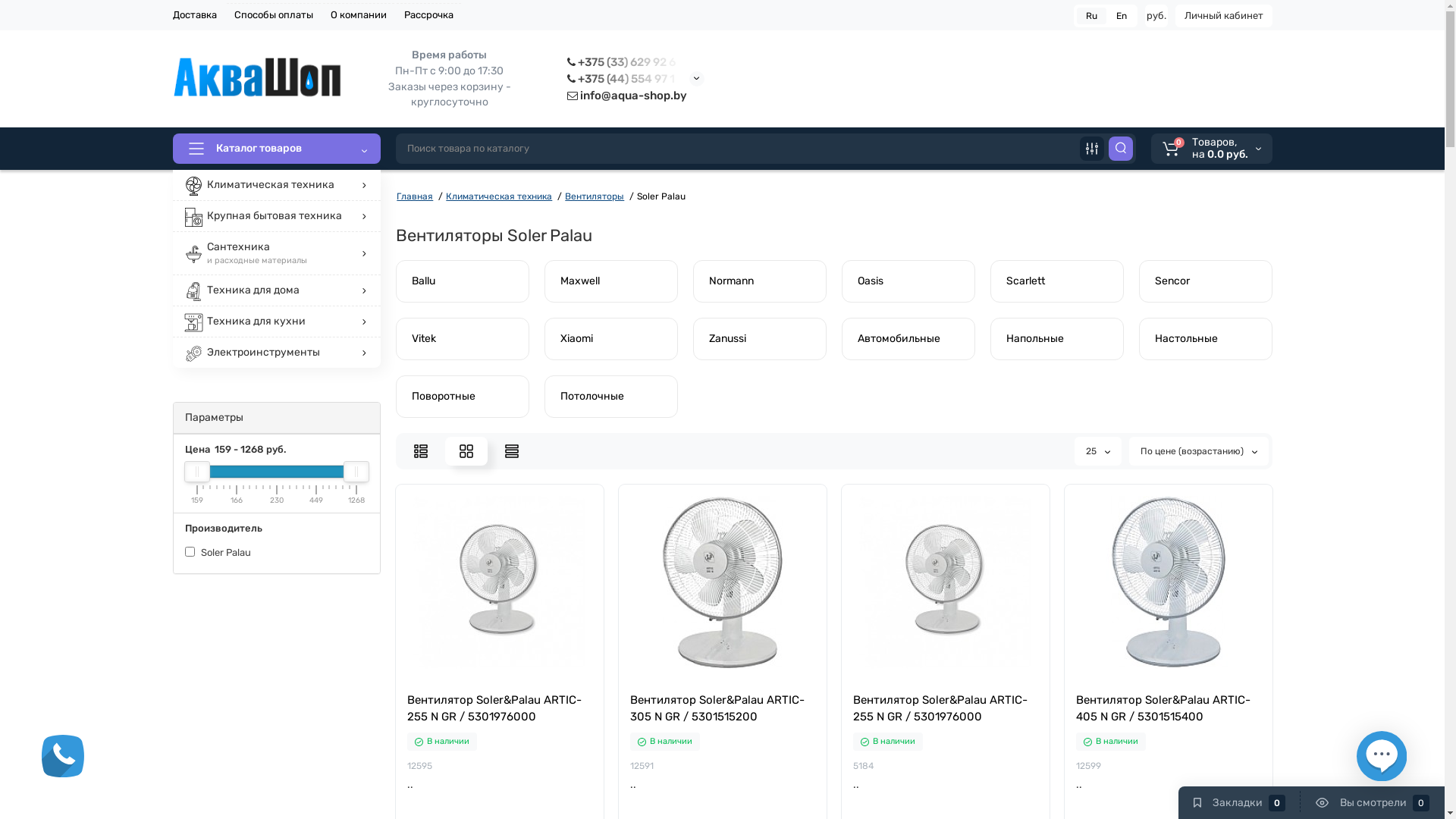  I want to click on '25', so click(1097, 450).